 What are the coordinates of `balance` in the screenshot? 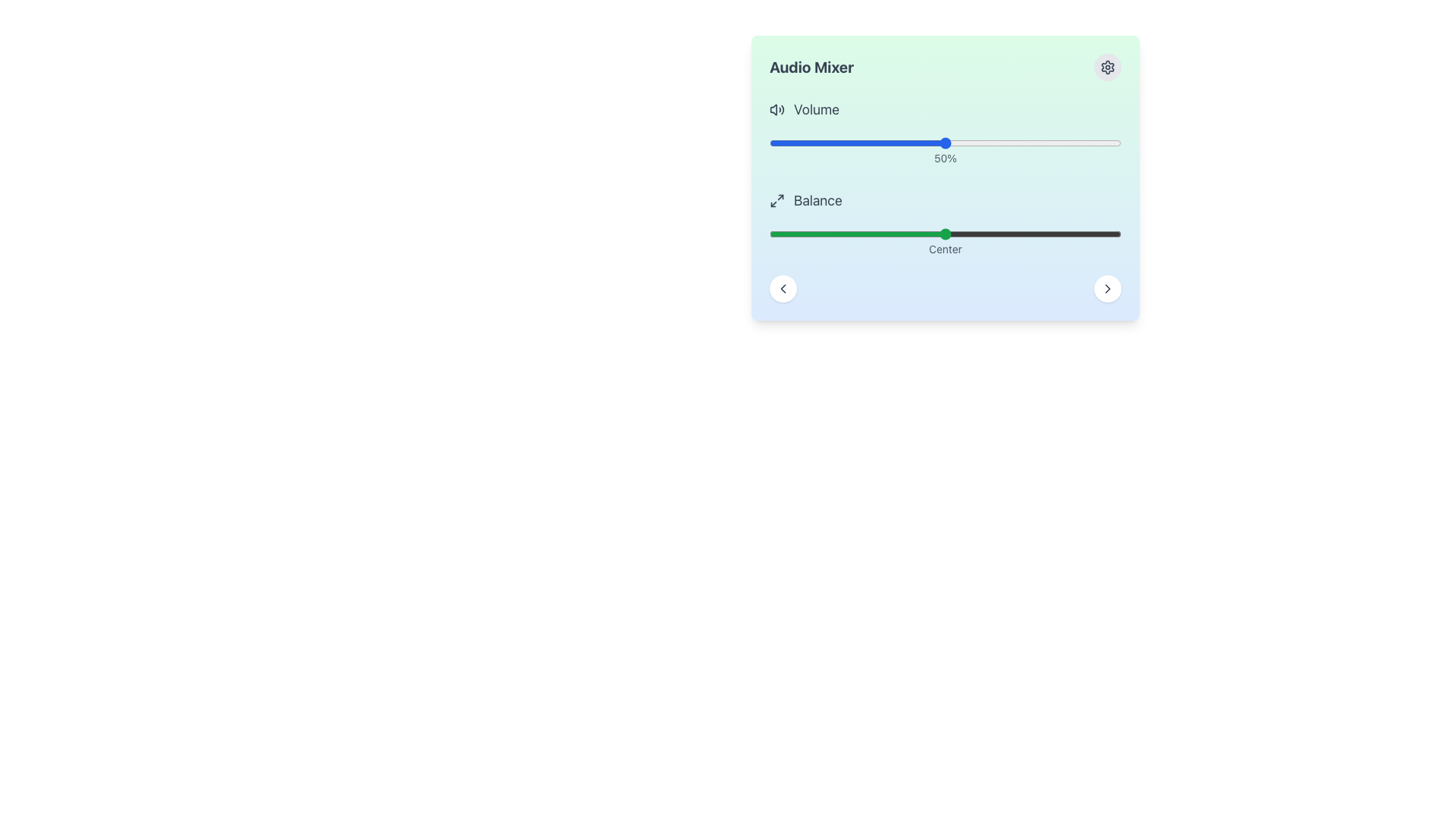 It's located at (1089, 234).